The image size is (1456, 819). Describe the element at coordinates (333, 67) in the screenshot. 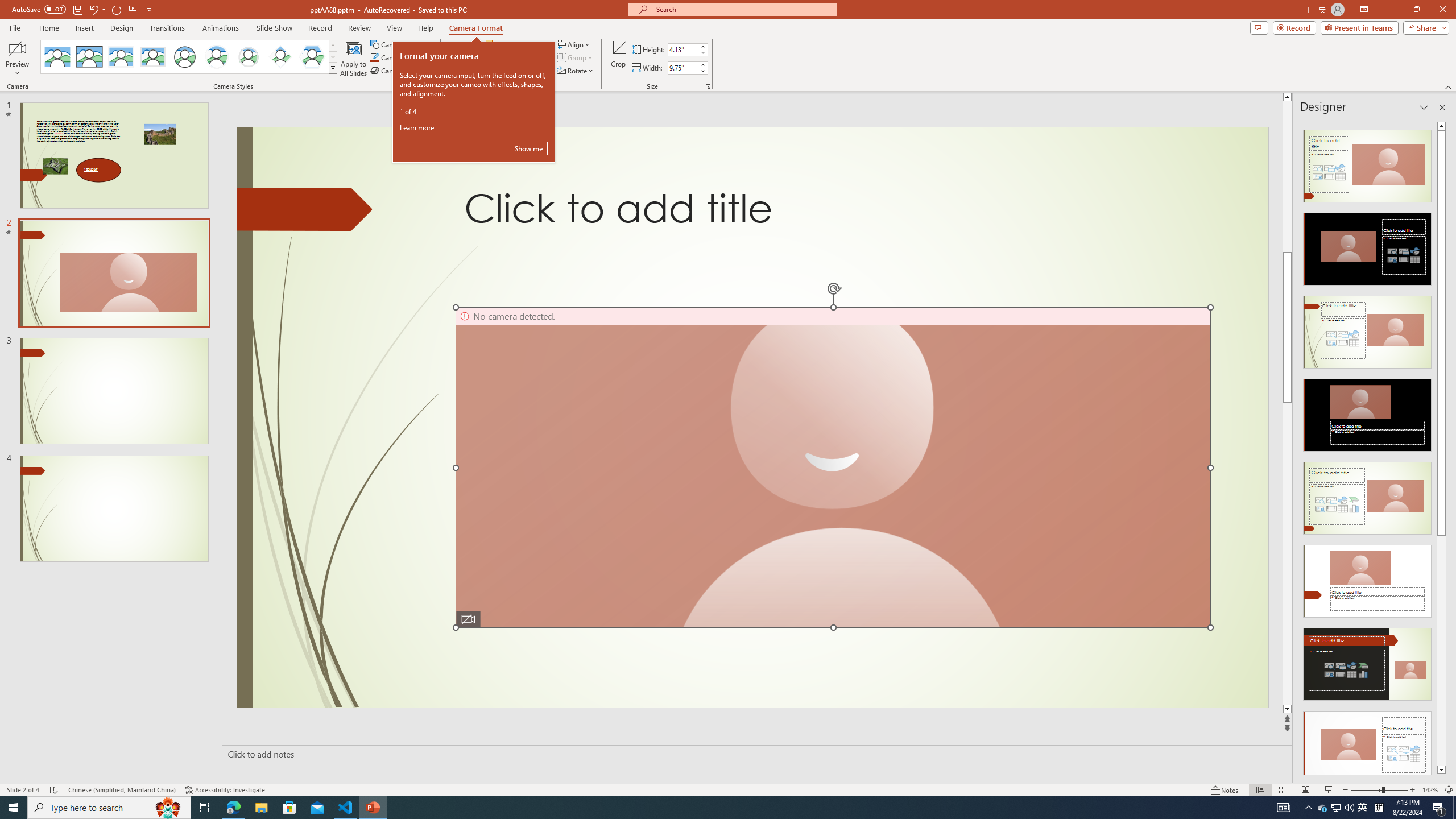

I see `'Camera Styles'` at that location.